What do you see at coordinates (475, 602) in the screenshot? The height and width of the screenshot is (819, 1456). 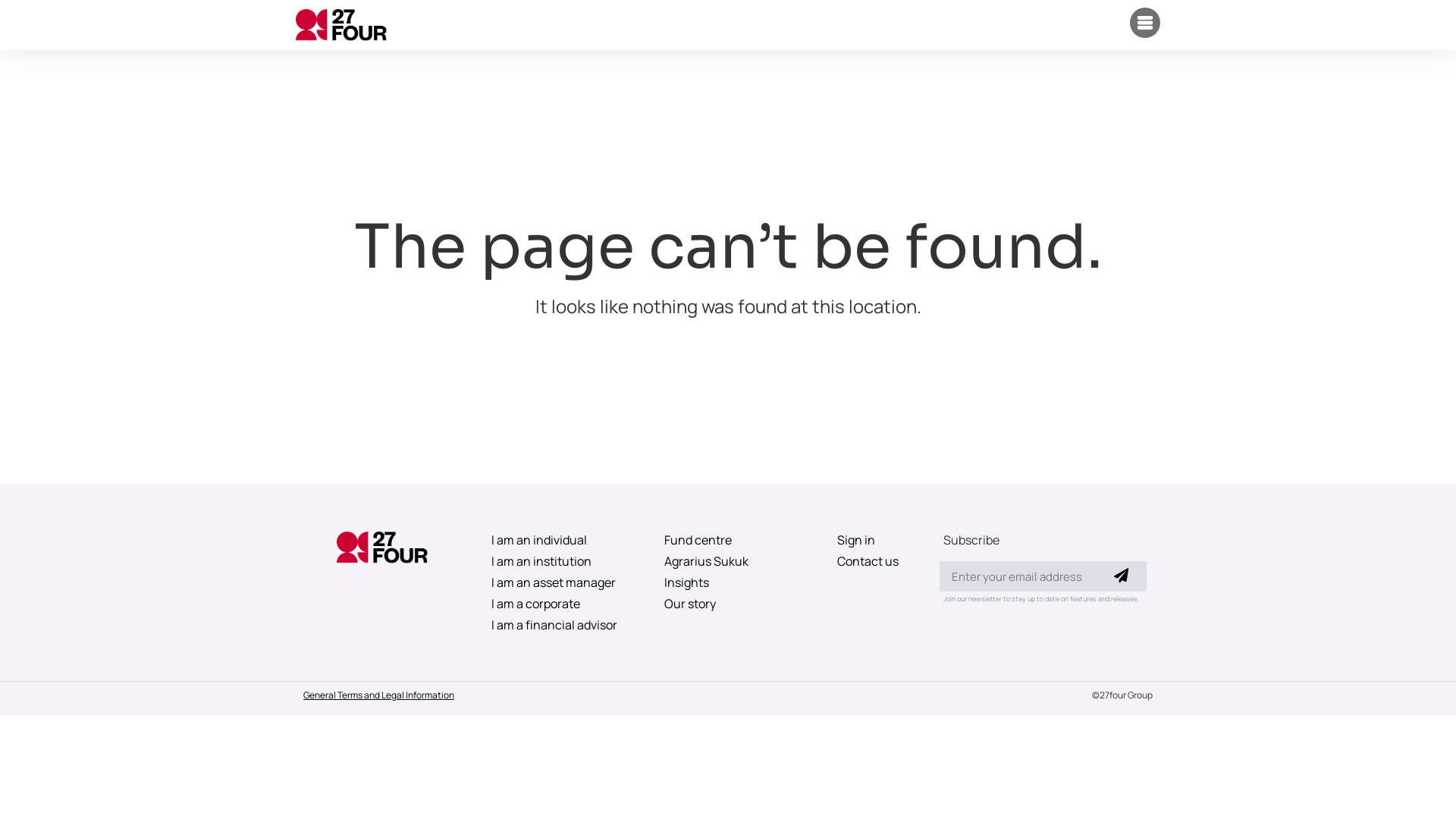 I see `'I am a corporate'` at bounding box center [475, 602].